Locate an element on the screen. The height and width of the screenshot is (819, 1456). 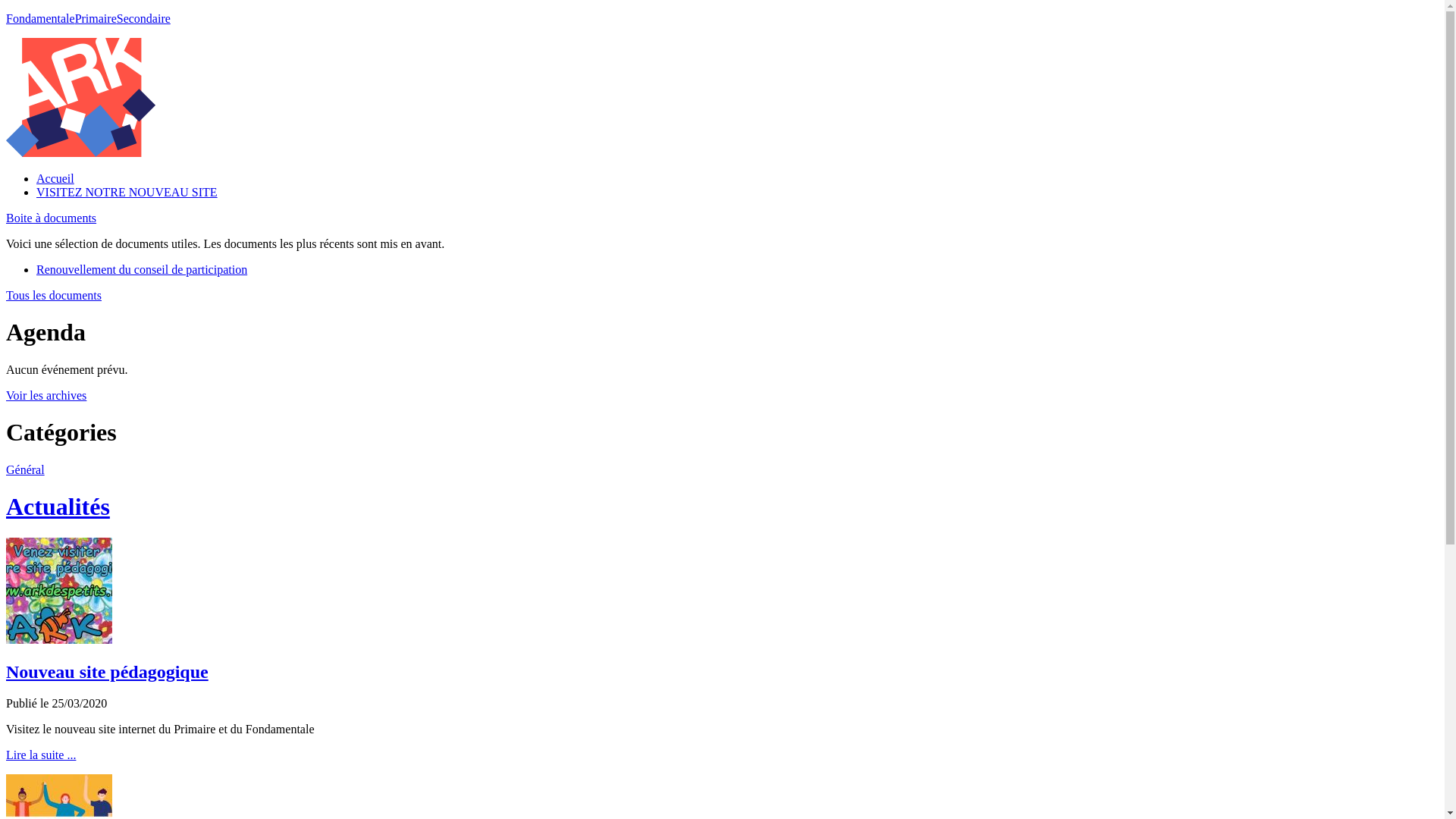
'VISITEZ NOTRE NOUVEAU SITE' is located at coordinates (36, 191).